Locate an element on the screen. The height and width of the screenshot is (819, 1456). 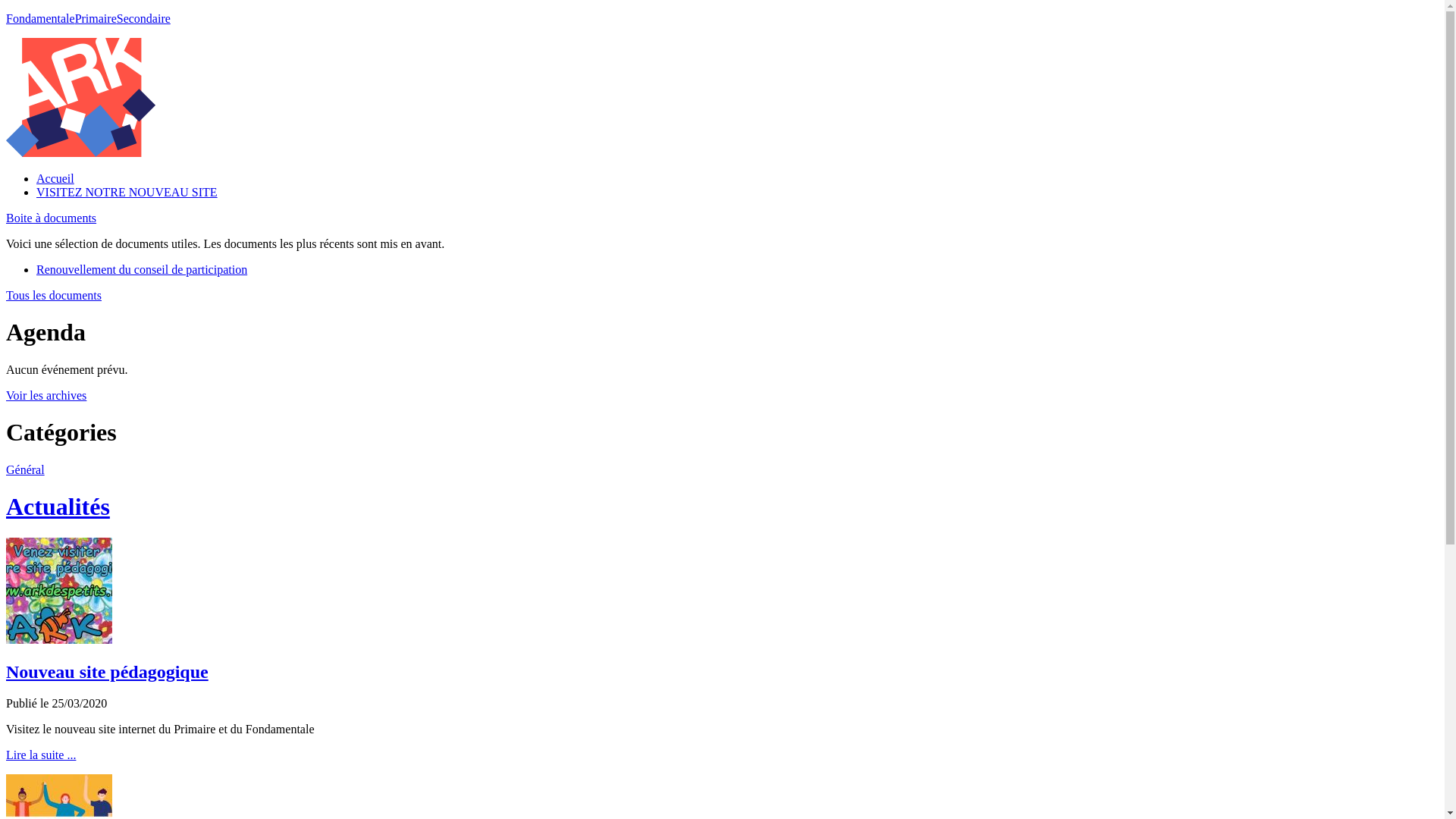
'VISITEZ NOTRE NOUVEAU SITE' is located at coordinates (36, 191).